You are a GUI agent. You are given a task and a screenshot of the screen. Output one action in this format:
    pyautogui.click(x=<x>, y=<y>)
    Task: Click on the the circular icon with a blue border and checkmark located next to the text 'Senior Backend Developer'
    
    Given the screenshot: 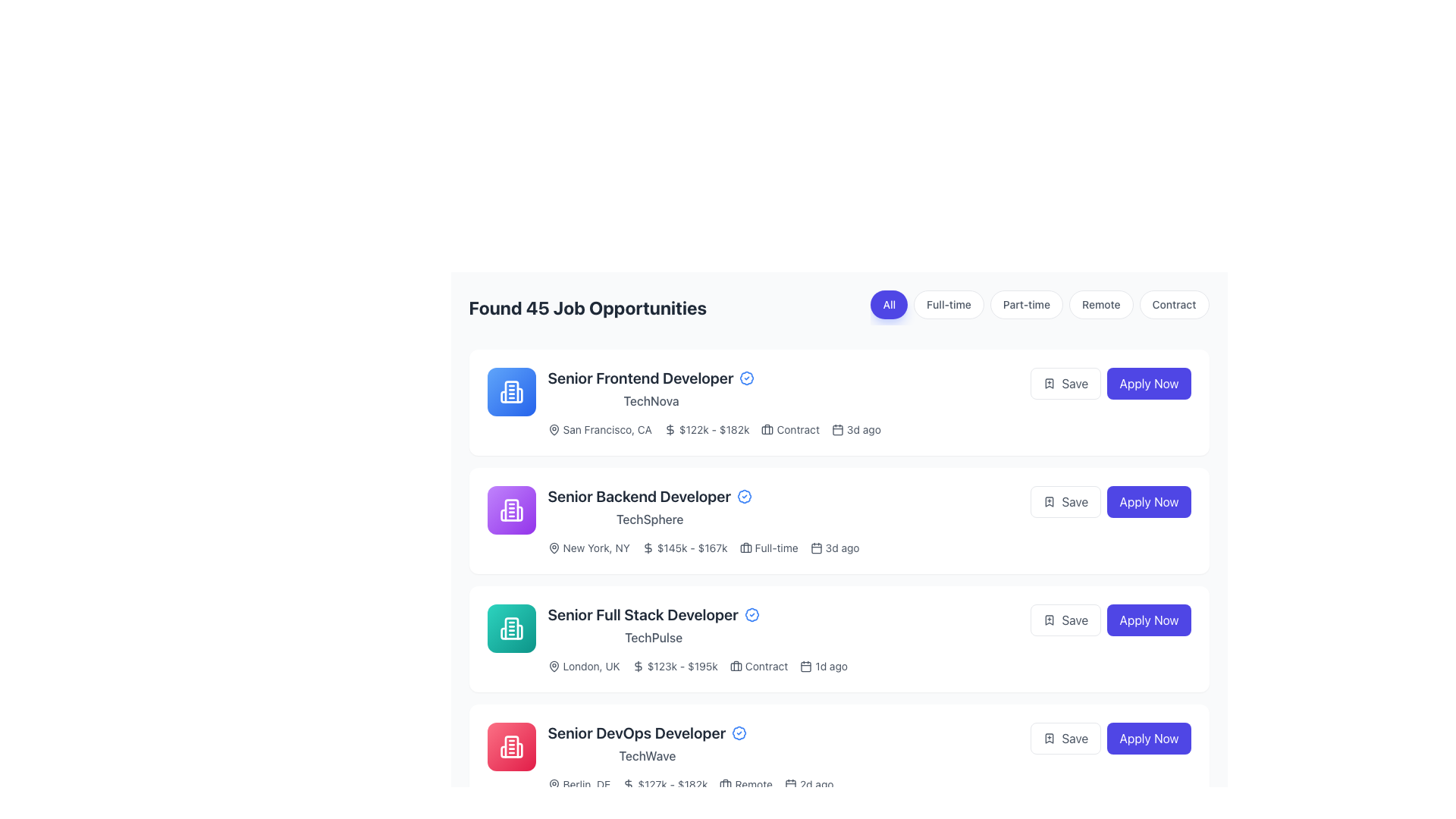 What is the action you would take?
    pyautogui.click(x=744, y=497)
    